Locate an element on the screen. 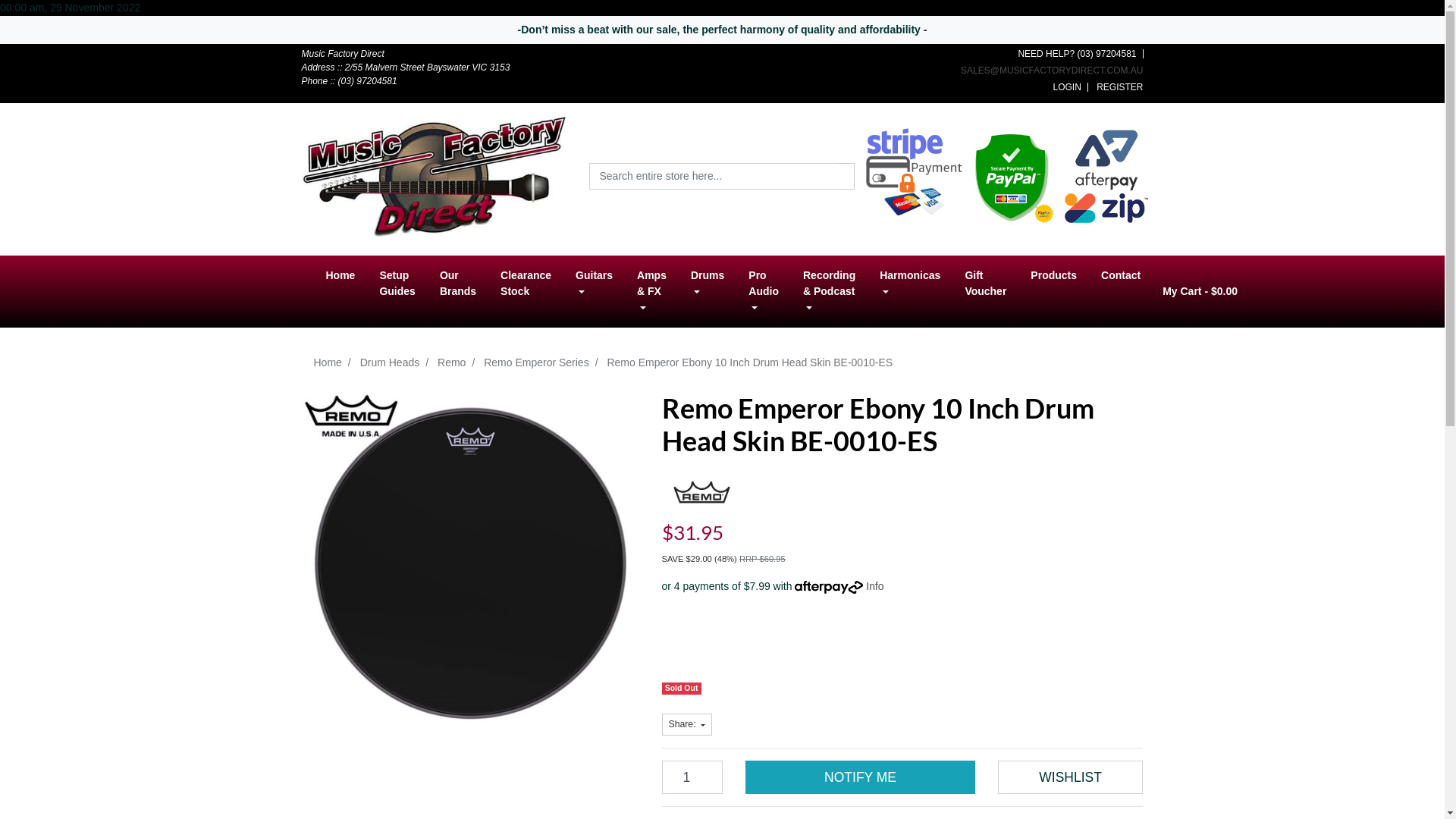 This screenshot has width=1456, height=819. 'Clearance Stock' is located at coordinates (526, 284).